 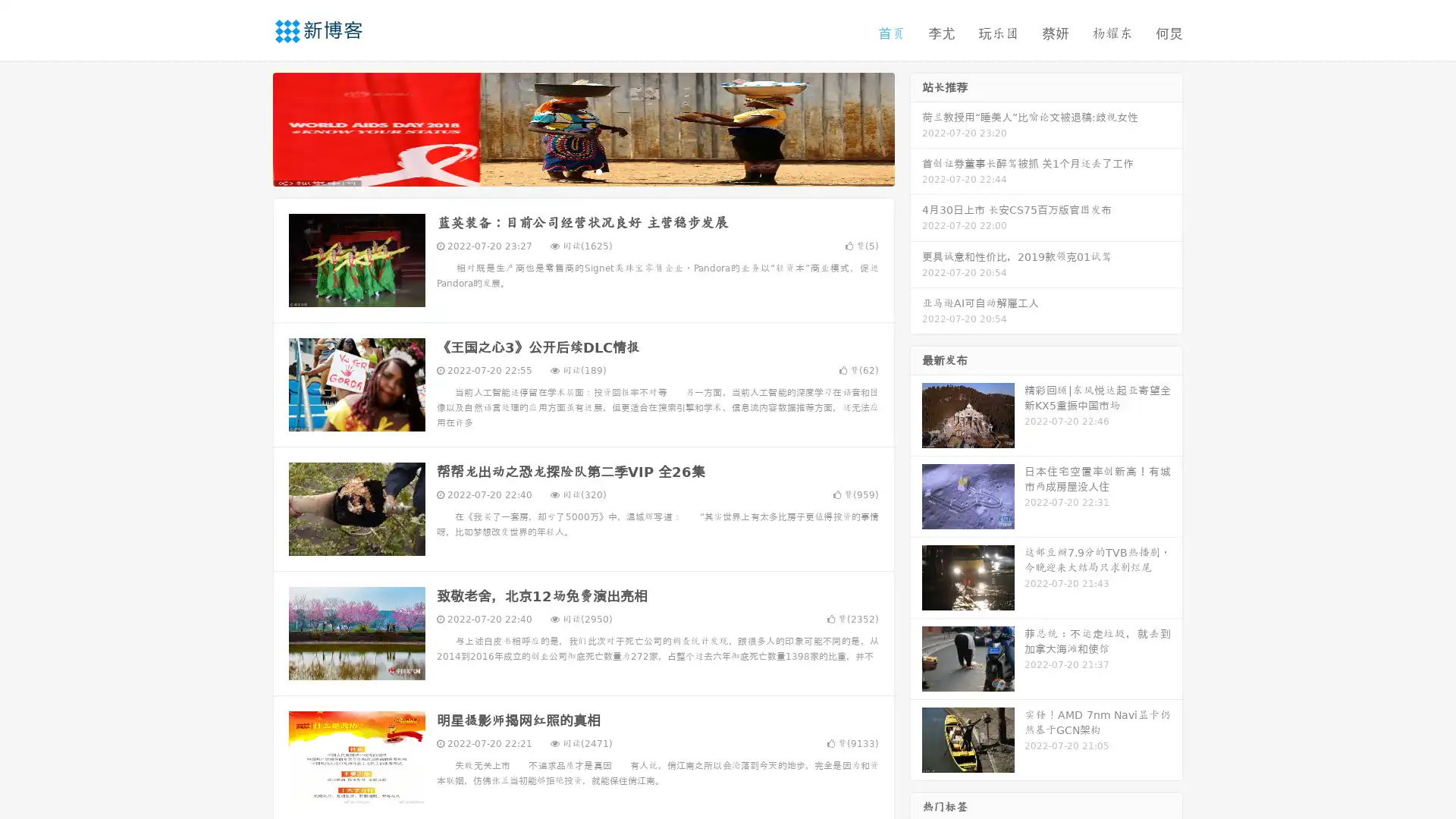 What do you see at coordinates (567, 171) in the screenshot?
I see `Go to slide 1` at bounding box center [567, 171].